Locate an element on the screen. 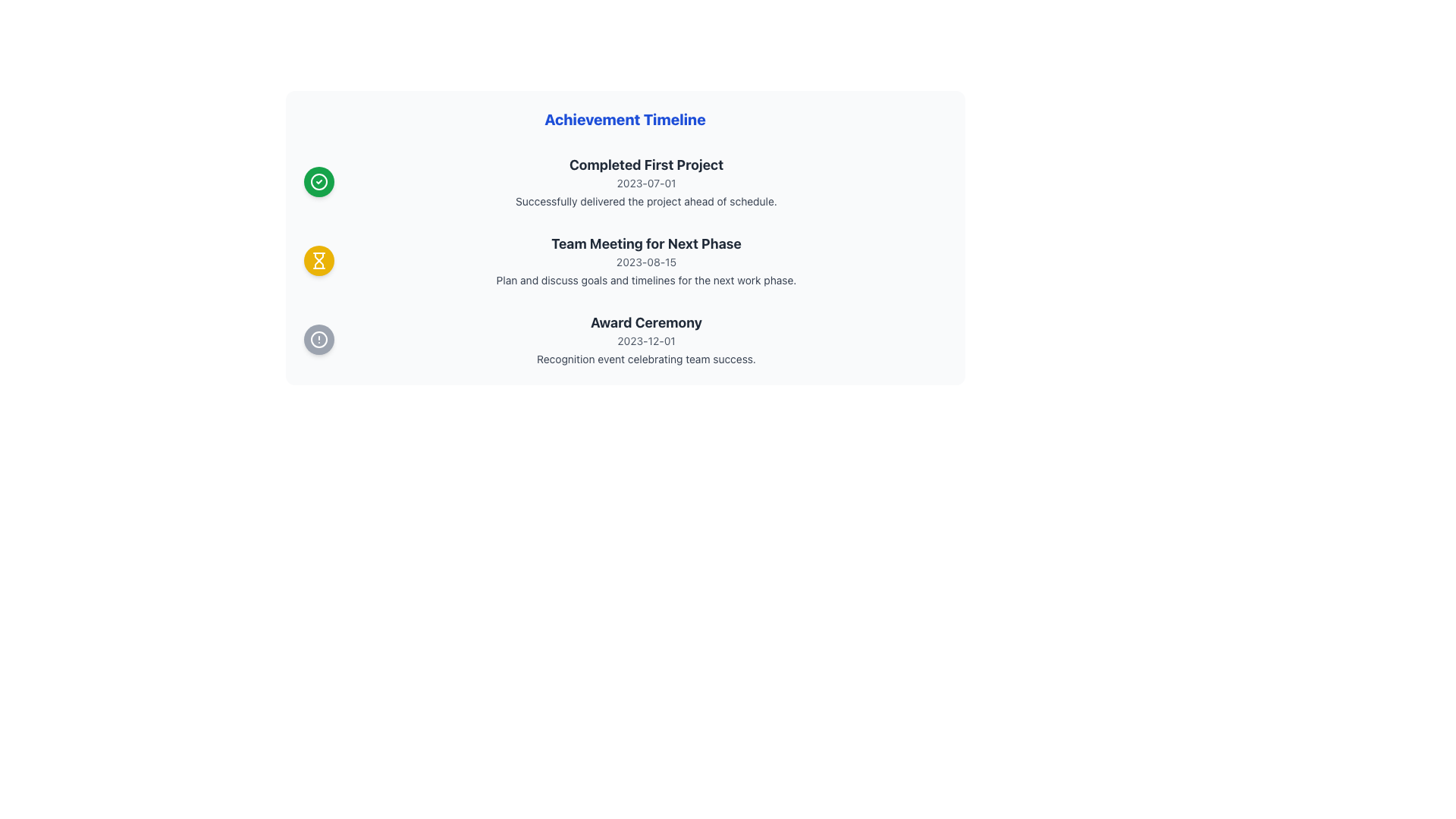 The image size is (1456, 819). the SVG circle element that indicates success, positioned at the center of the first icon in the horizontal timeline, for accessibility purposes is located at coordinates (318, 180).